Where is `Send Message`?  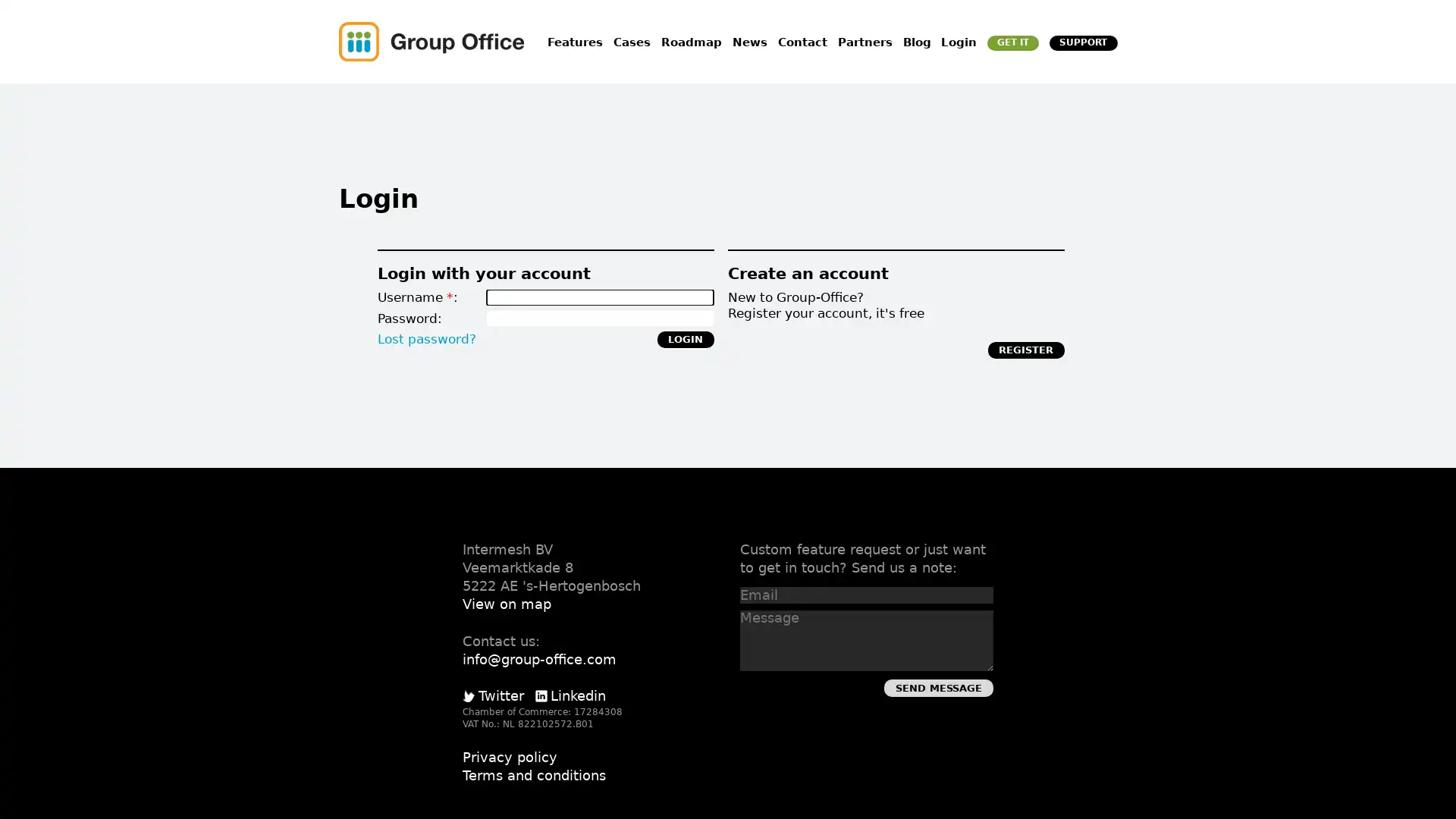 Send Message is located at coordinates (937, 687).